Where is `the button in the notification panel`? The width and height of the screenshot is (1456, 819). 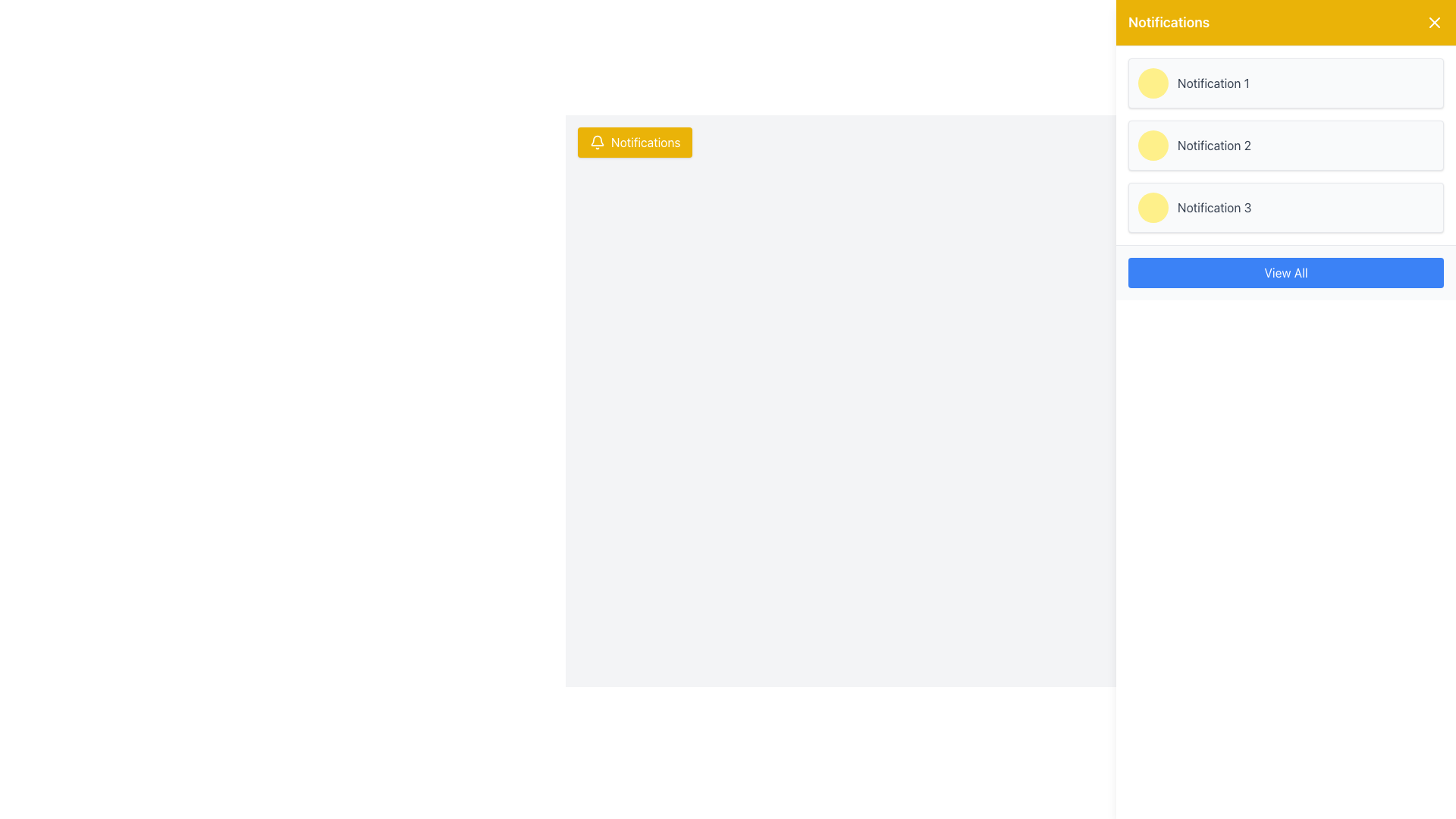 the button in the notification panel is located at coordinates (1285, 271).